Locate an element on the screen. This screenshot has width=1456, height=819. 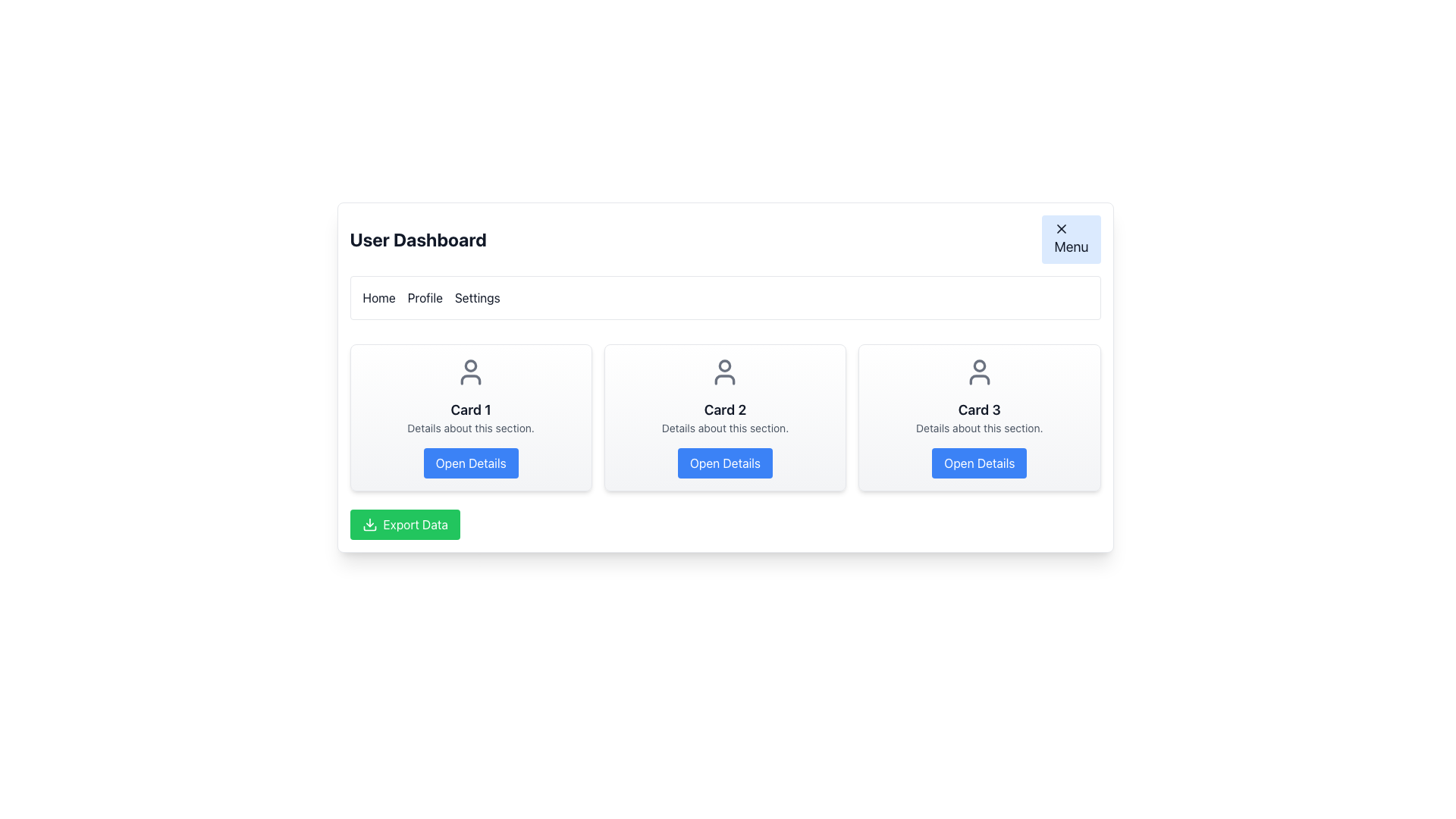
the SVG Icon representing the download or export feature located within the green 'Export Data' button at the bottom-left corner of the main content area is located at coordinates (369, 523).